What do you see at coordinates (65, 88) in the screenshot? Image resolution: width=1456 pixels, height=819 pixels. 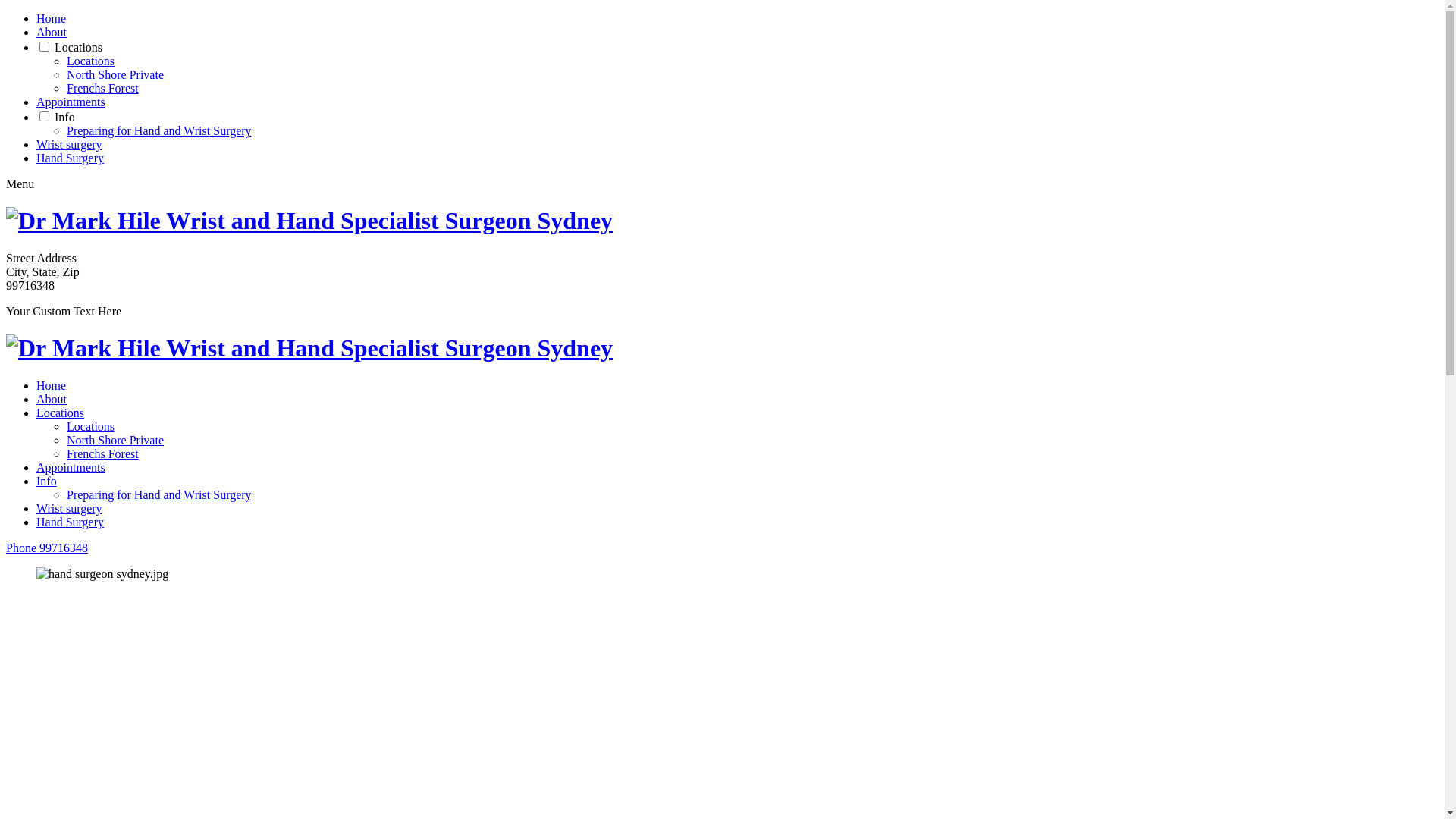 I see `'Frenchs Forest'` at bounding box center [65, 88].